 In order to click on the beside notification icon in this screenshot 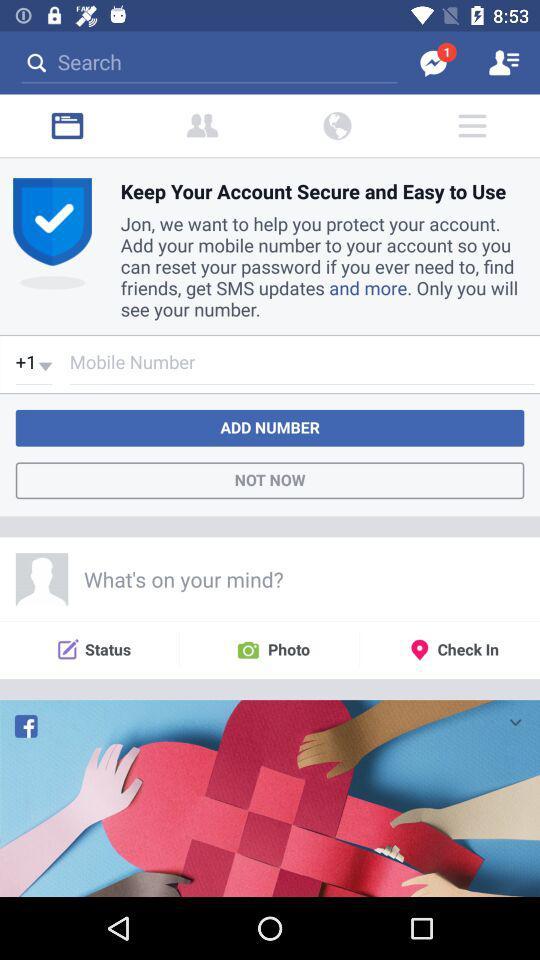, I will do `click(202, 125)`.